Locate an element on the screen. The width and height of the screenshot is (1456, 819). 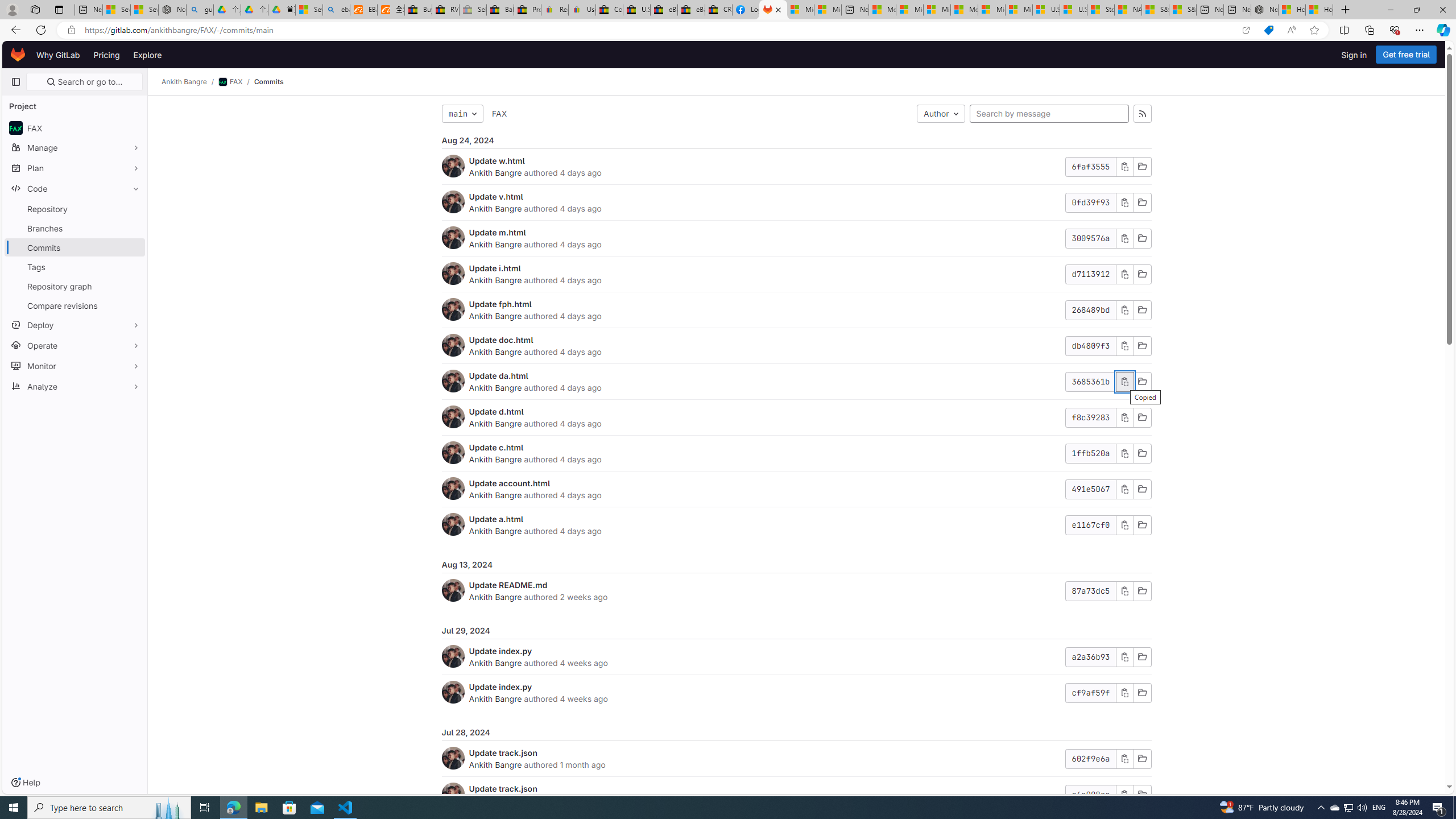
'Update track.jsonAnkith Bangre authored 1 month ago602f9e6a' is located at coordinates (796, 758).